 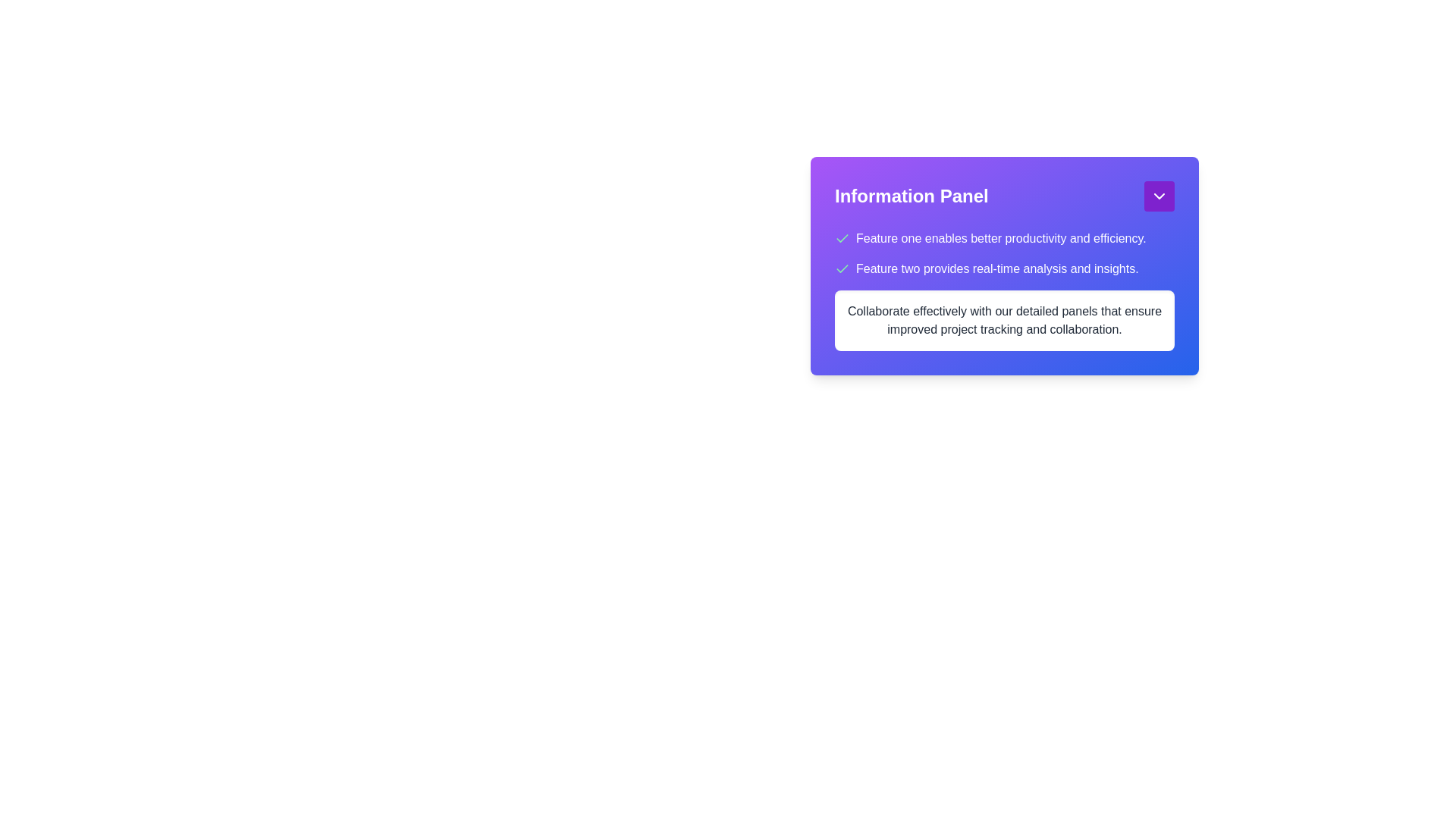 What do you see at coordinates (1004, 320) in the screenshot?
I see `the descriptive text content about collaboration and project tracking, which is non-interactive and located within a white card in a purple section of the interface` at bounding box center [1004, 320].